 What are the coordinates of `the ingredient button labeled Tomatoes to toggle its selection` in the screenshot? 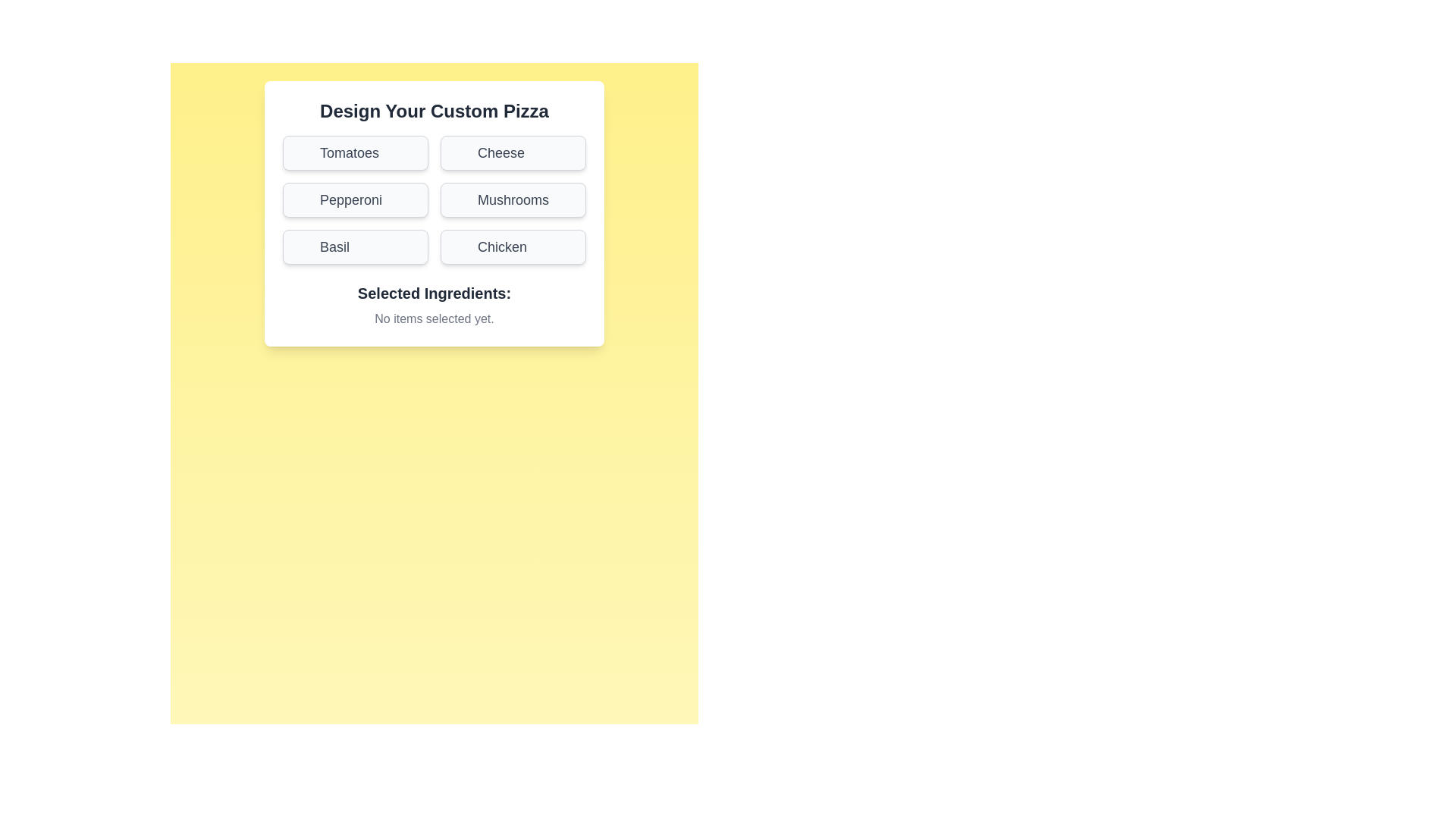 It's located at (355, 152).